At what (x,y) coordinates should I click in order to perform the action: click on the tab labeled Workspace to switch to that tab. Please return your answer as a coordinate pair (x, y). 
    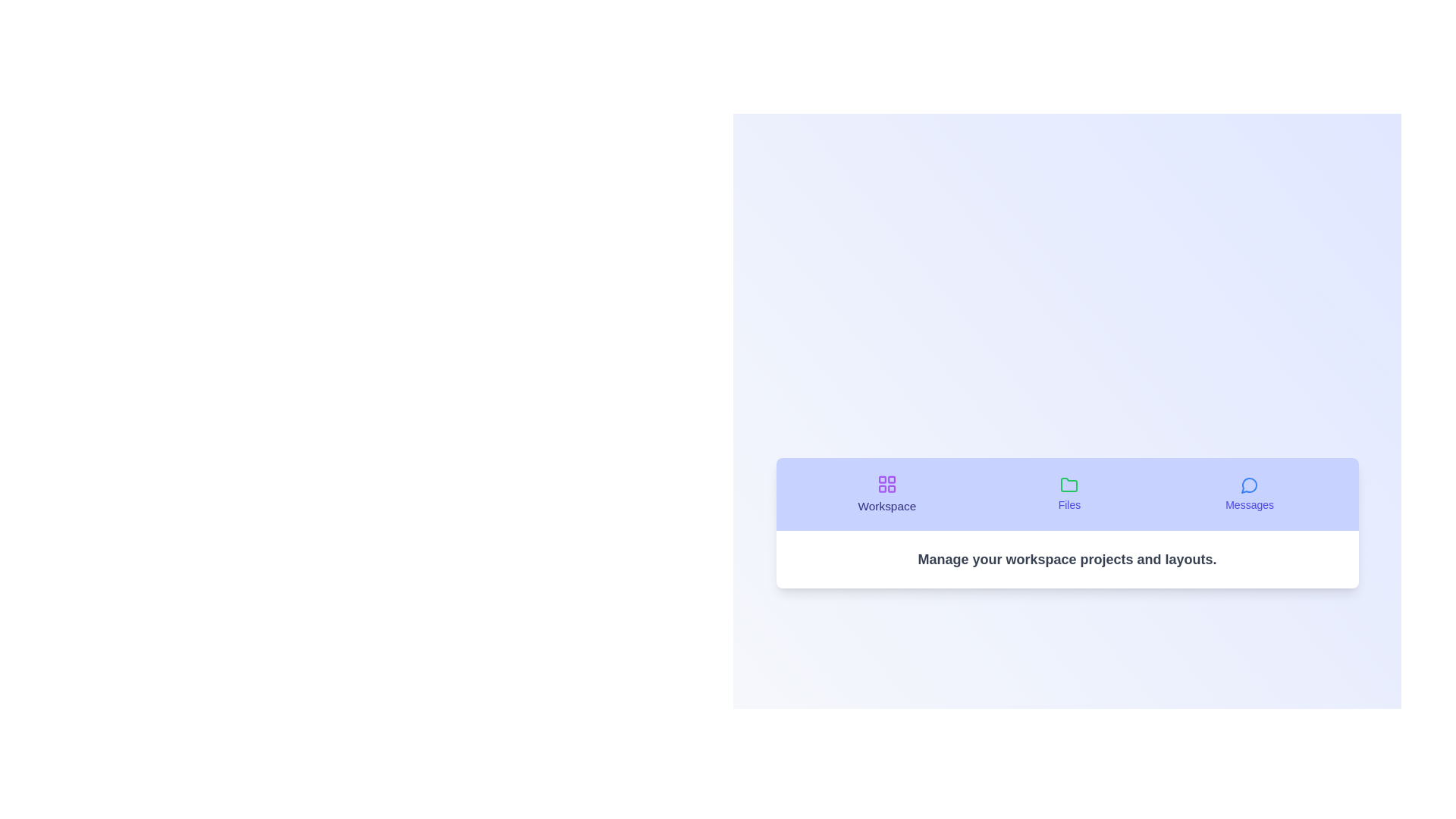
    Looking at the image, I should click on (886, 494).